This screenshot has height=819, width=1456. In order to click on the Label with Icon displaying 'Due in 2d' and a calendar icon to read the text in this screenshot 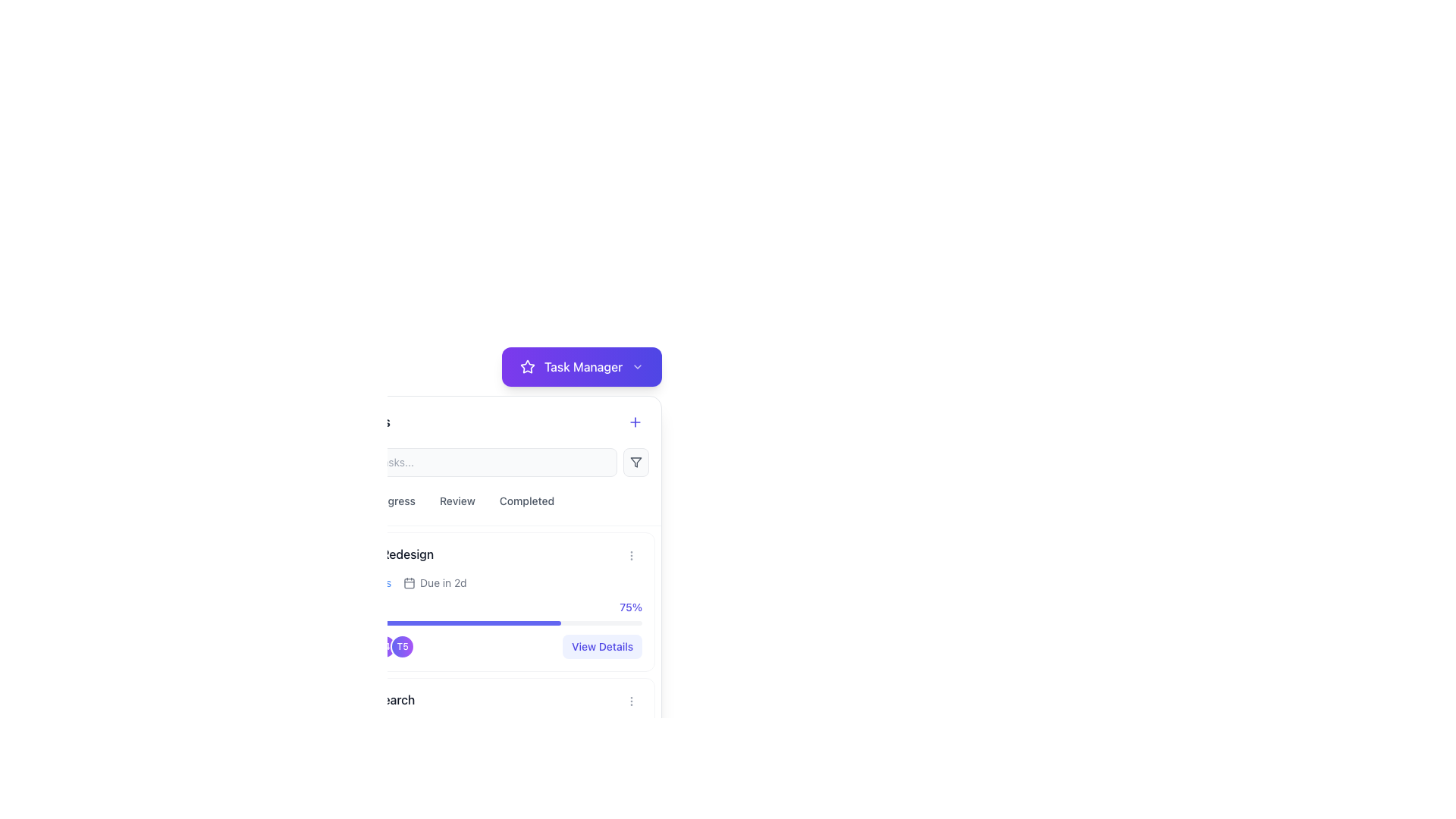, I will do `click(434, 582)`.